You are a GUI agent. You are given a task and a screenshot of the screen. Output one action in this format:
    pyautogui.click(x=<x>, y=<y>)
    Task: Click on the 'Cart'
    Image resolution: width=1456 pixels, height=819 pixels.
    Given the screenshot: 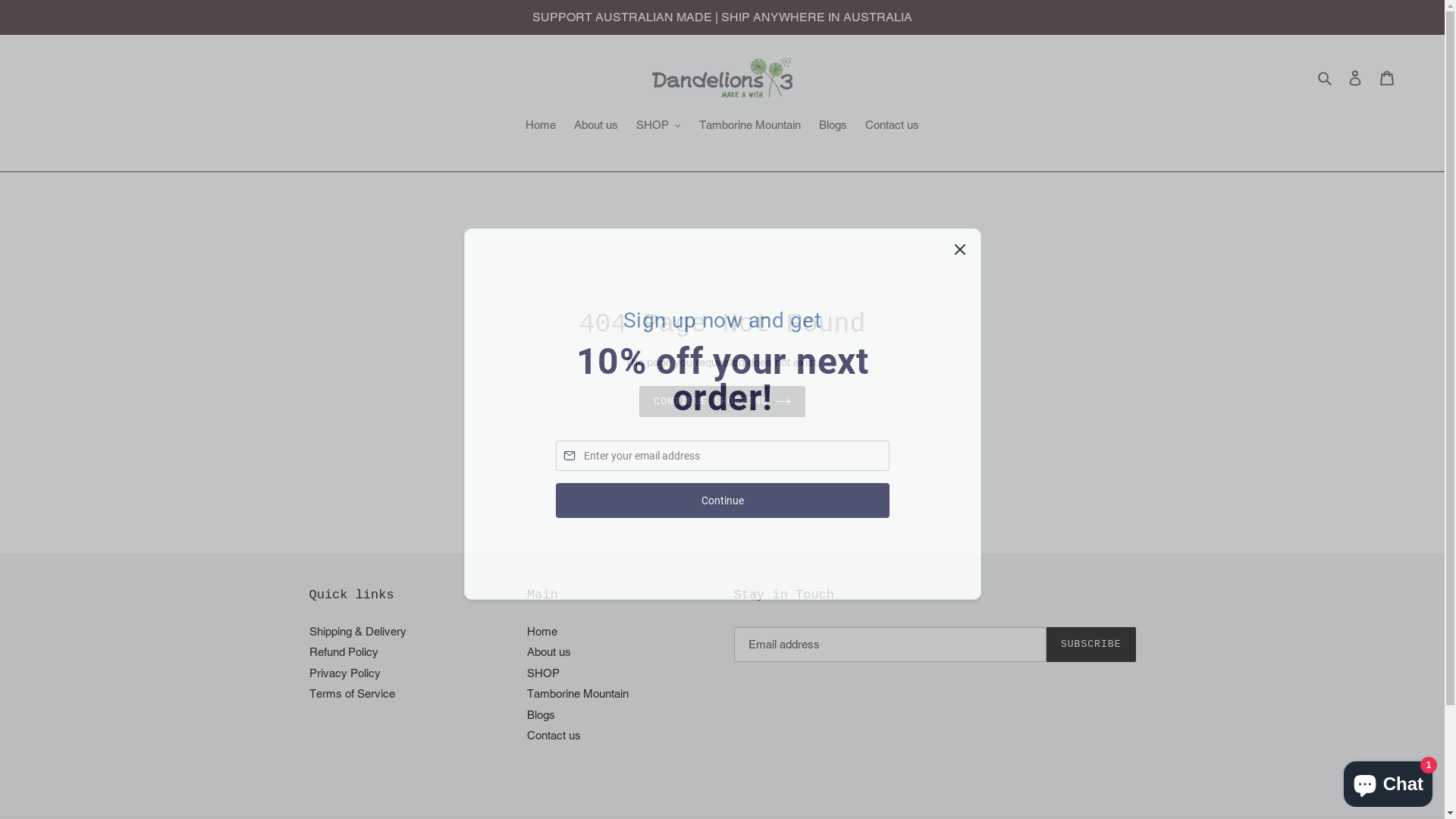 What is the action you would take?
    pyautogui.click(x=1386, y=77)
    